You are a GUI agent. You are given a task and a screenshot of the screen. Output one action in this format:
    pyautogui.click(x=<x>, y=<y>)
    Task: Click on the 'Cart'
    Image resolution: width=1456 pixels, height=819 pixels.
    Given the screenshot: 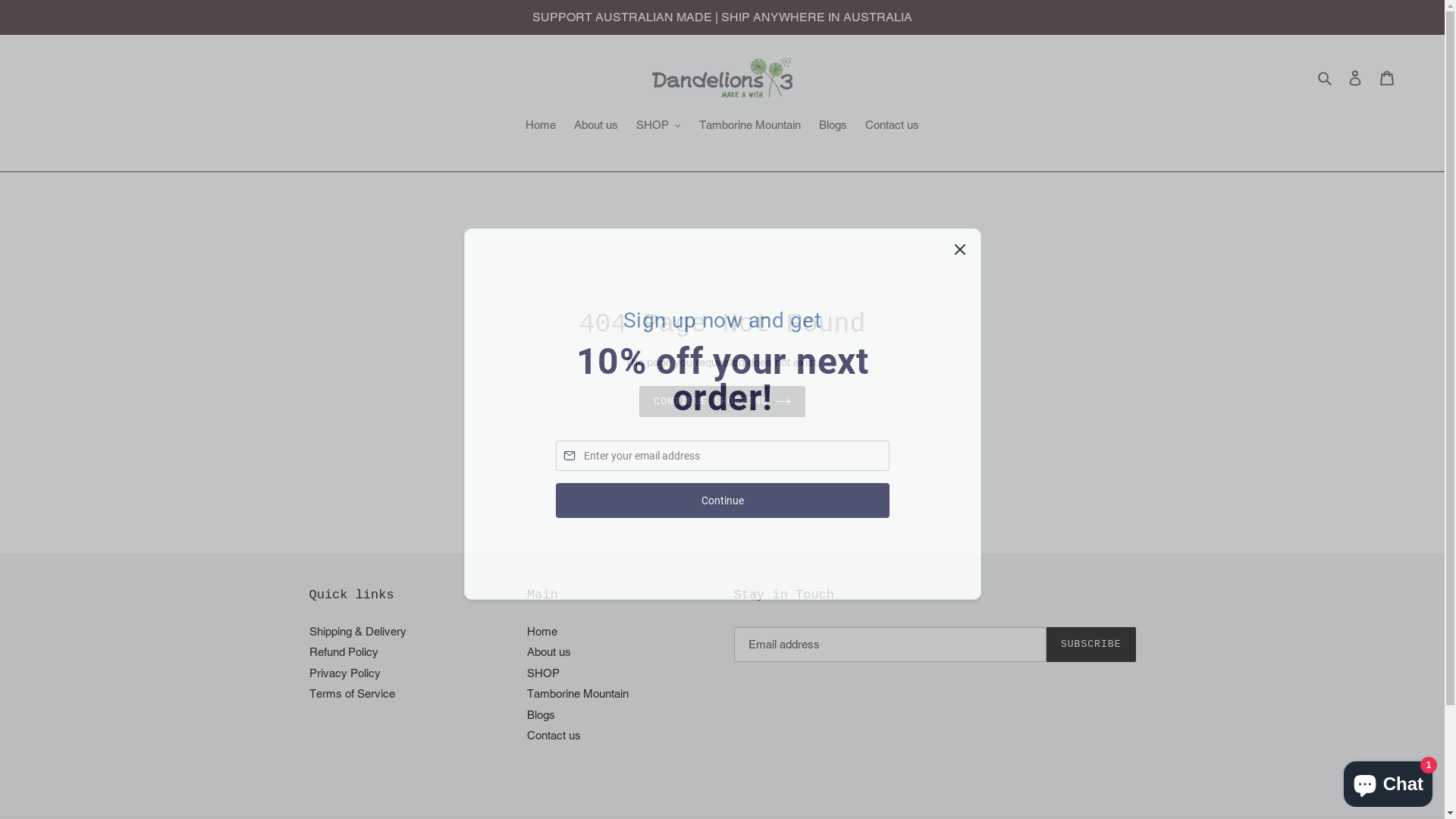 What is the action you would take?
    pyautogui.click(x=1386, y=77)
    